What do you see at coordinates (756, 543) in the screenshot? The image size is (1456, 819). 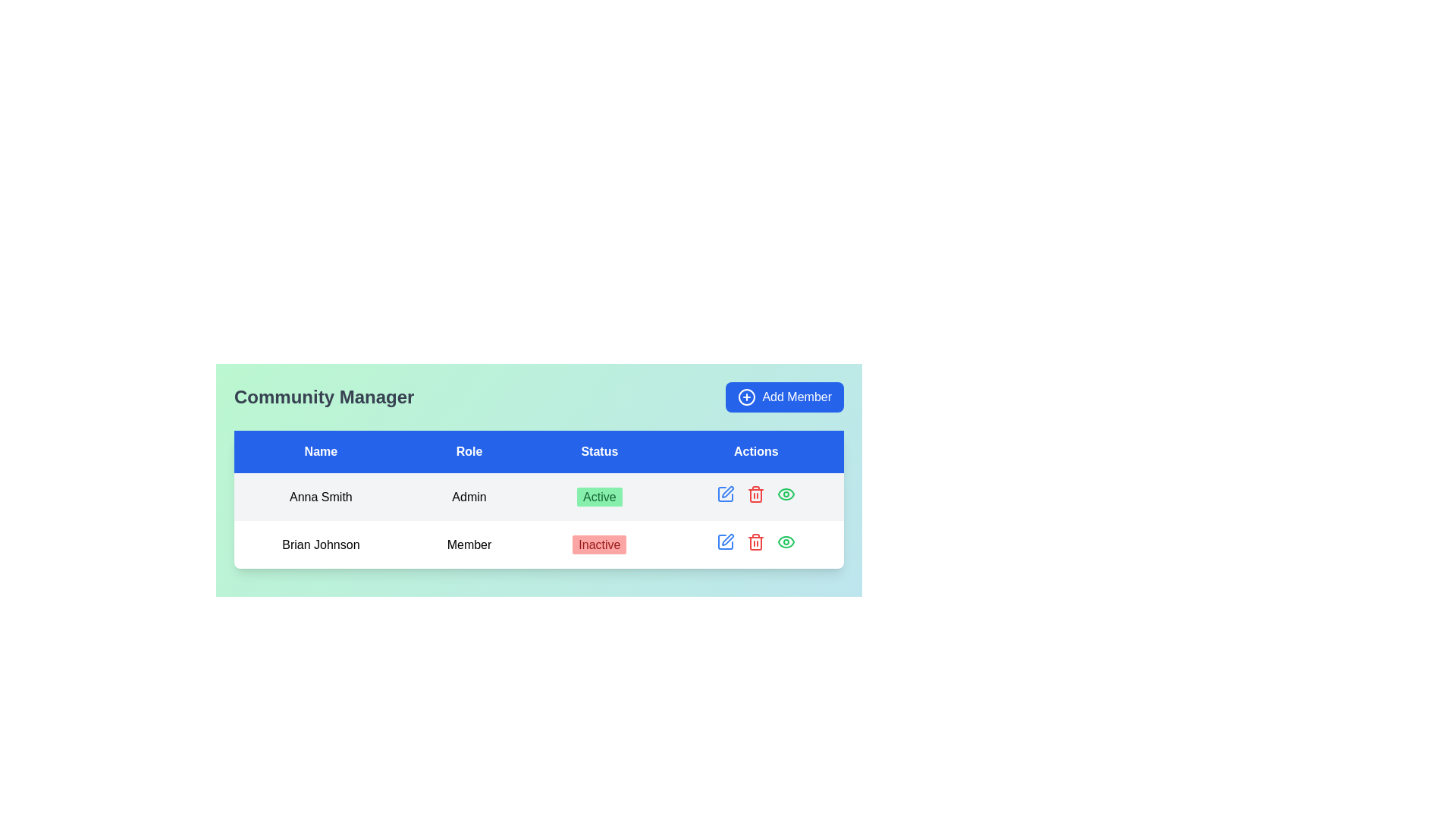 I see `the delete icon located` at bounding box center [756, 543].